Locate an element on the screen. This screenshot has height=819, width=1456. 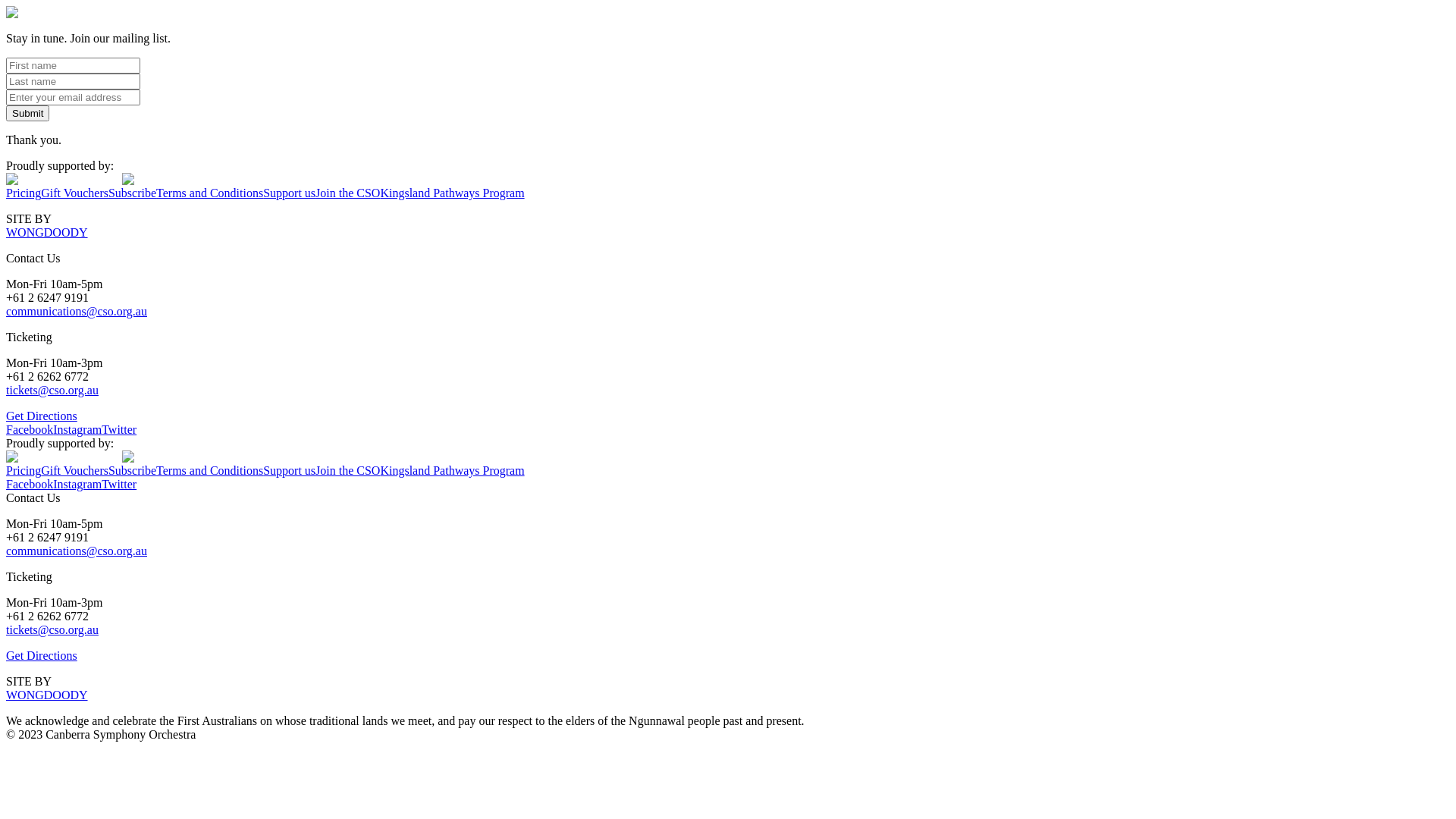
'Get Directions' is located at coordinates (41, 416).